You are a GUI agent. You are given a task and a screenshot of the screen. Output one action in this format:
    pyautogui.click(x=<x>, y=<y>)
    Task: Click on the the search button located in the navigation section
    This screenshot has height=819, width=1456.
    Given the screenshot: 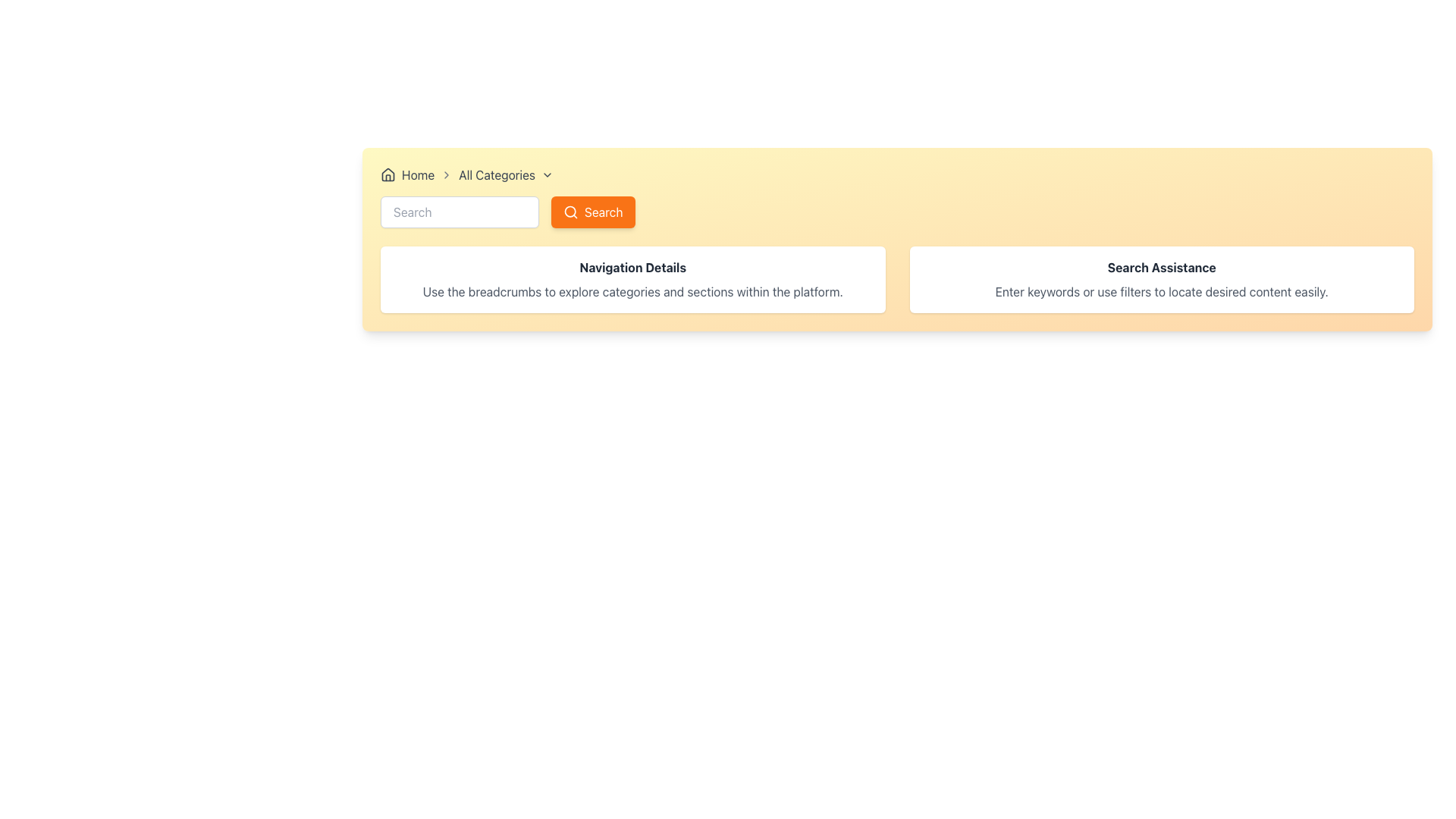 What is the action you would take?
    pyautogui.click(x=592, y=212)
    